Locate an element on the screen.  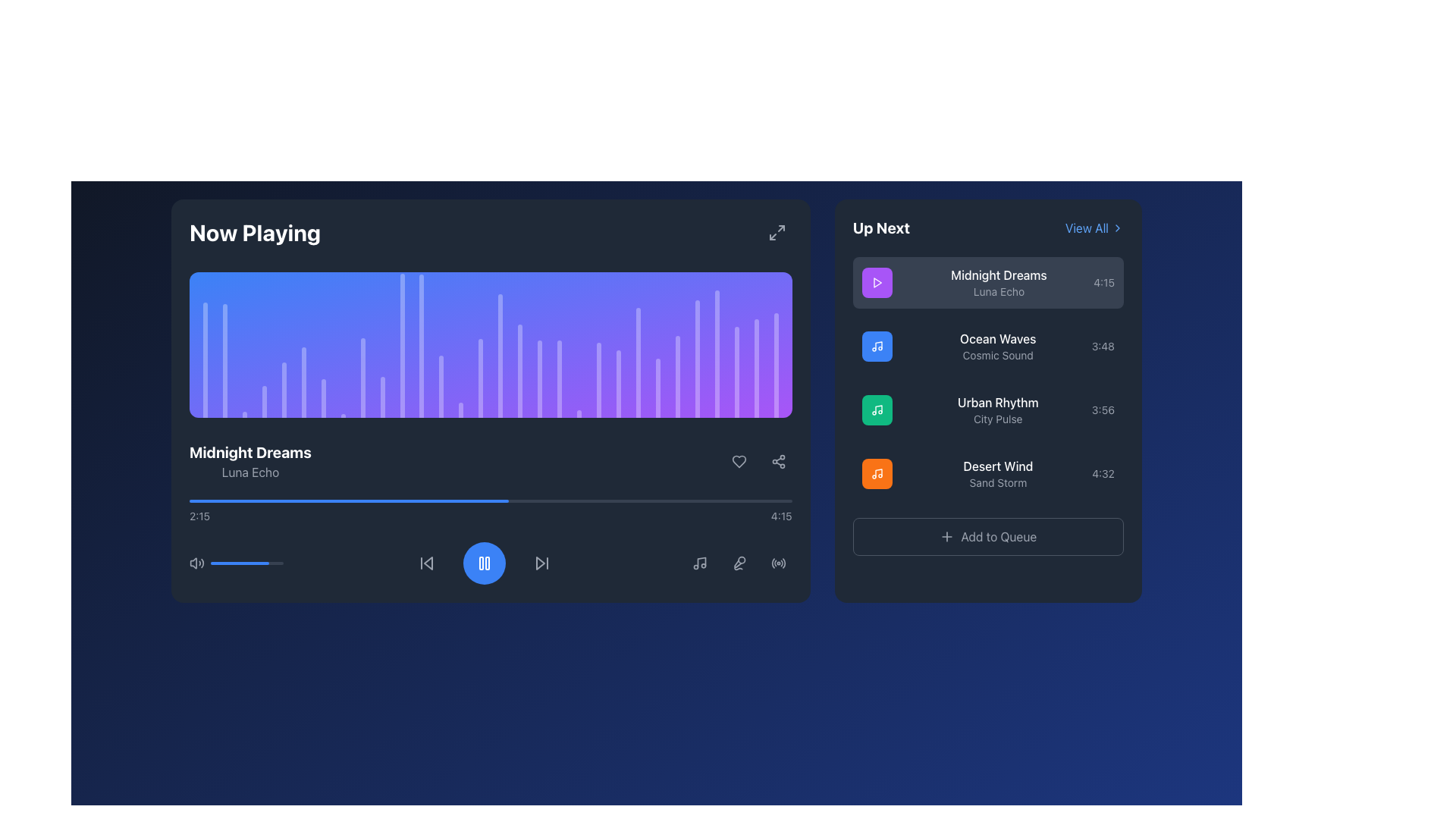
the 13th decorative visual bar representing audio frequency or amplitude level in the waveform display located in the Now Playing panel is located at coordinates (460, 410).